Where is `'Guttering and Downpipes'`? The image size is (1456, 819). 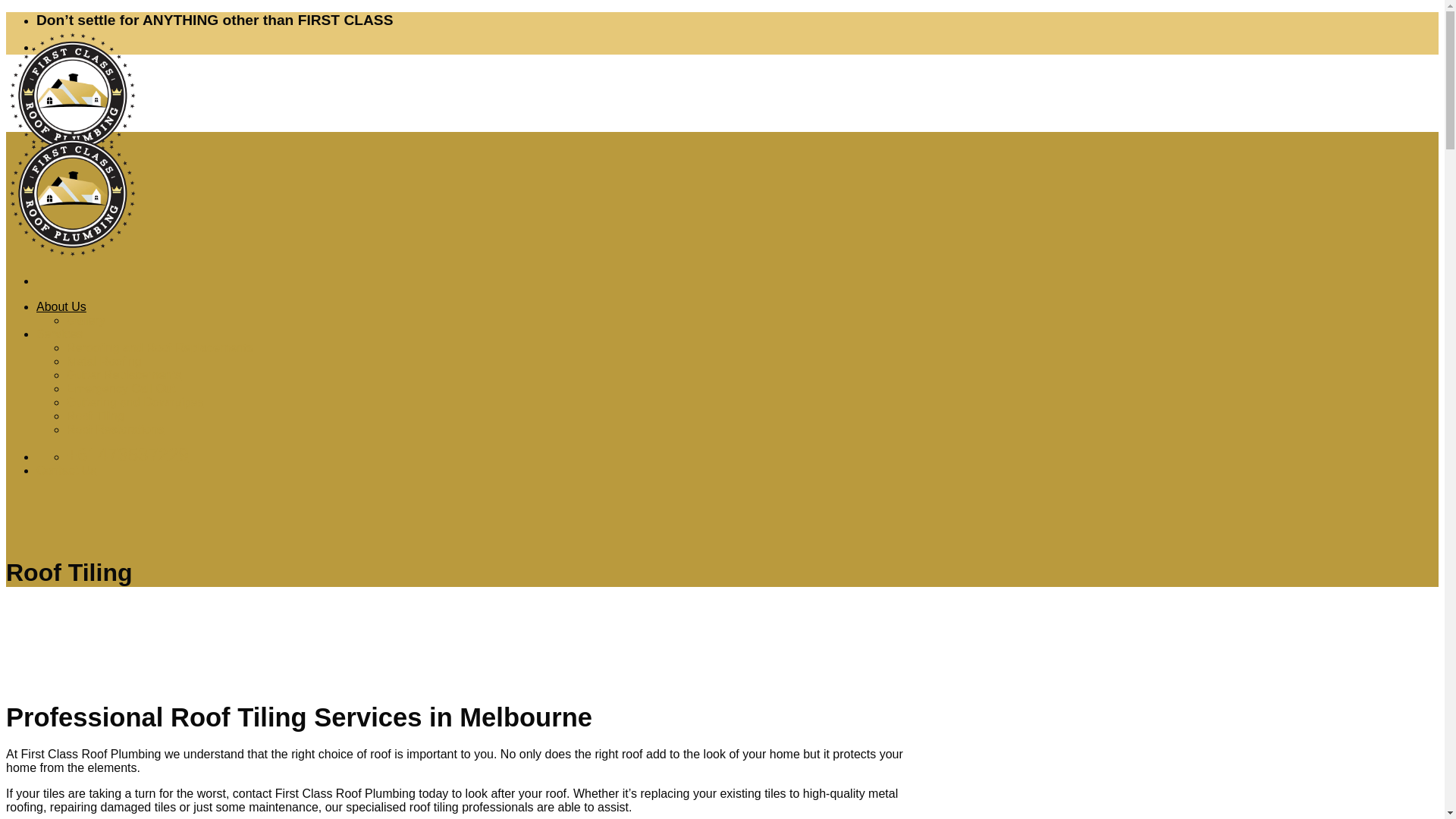 'Guttering and Downpipes' is located at coordinates (135, 401).